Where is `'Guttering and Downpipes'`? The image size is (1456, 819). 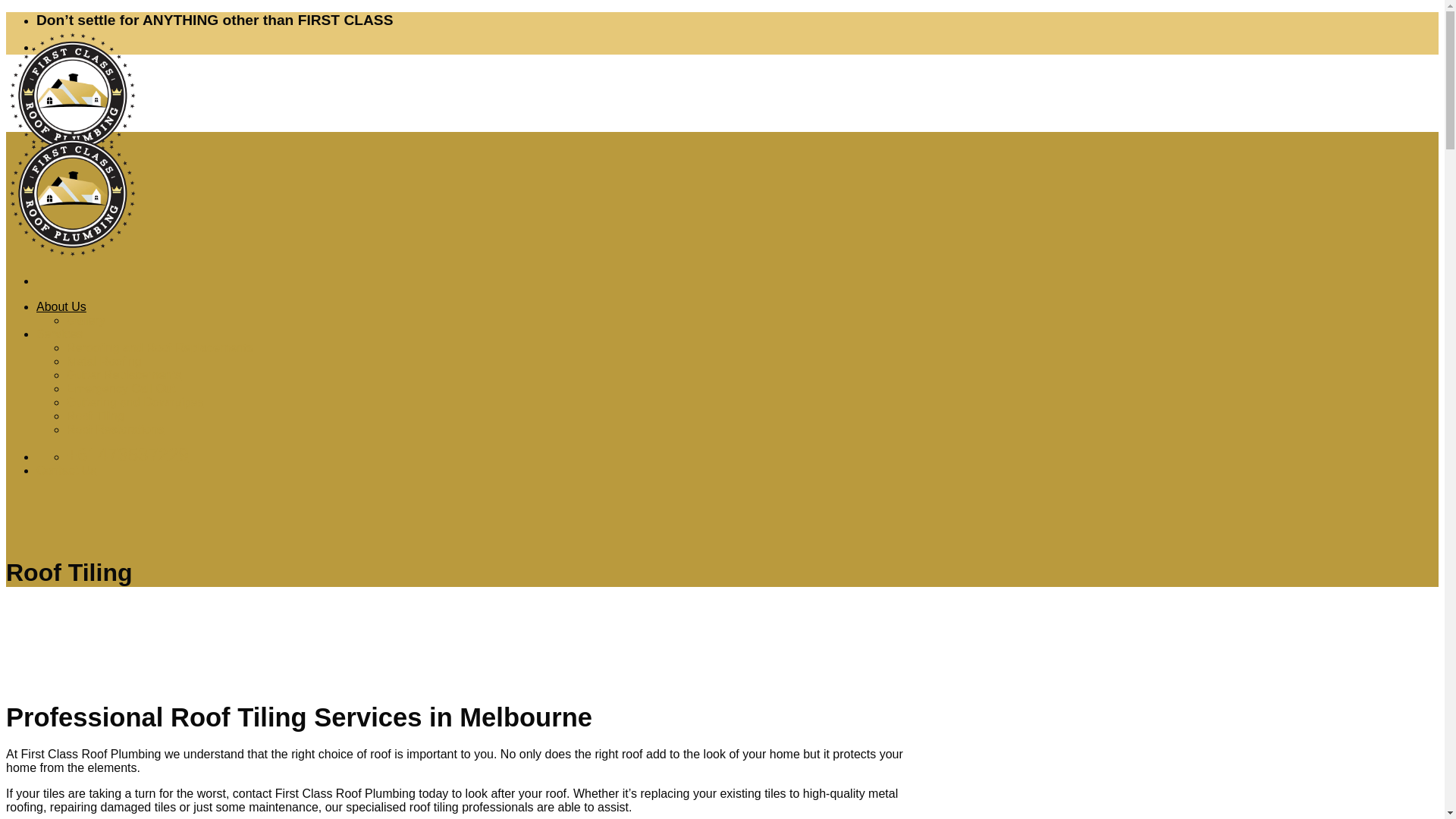 'Guttering and Downpipes' is located at coordinates (135, 401).